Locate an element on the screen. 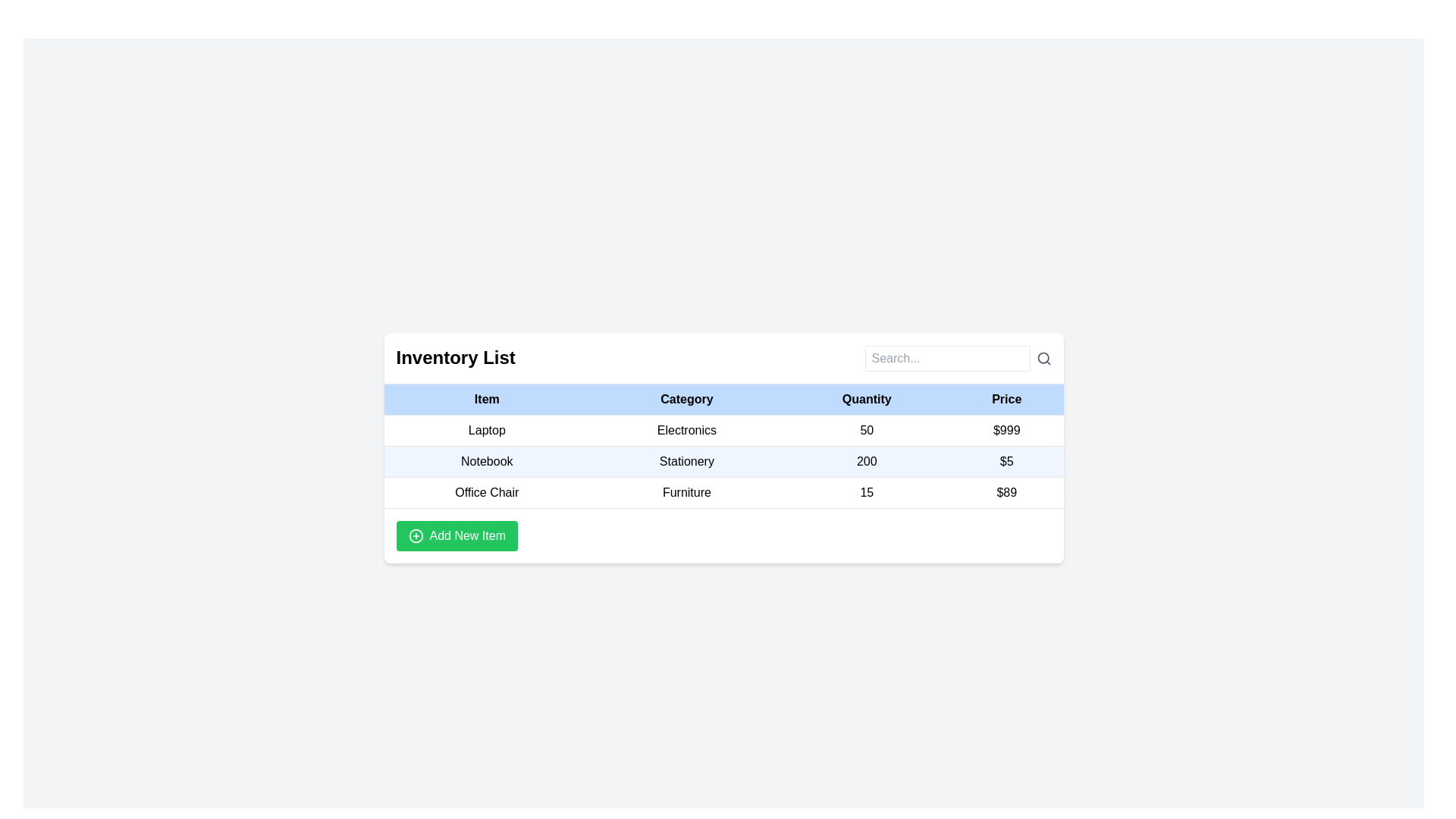  a specific row in the Inventory List table is located at coordinates (723, 445).